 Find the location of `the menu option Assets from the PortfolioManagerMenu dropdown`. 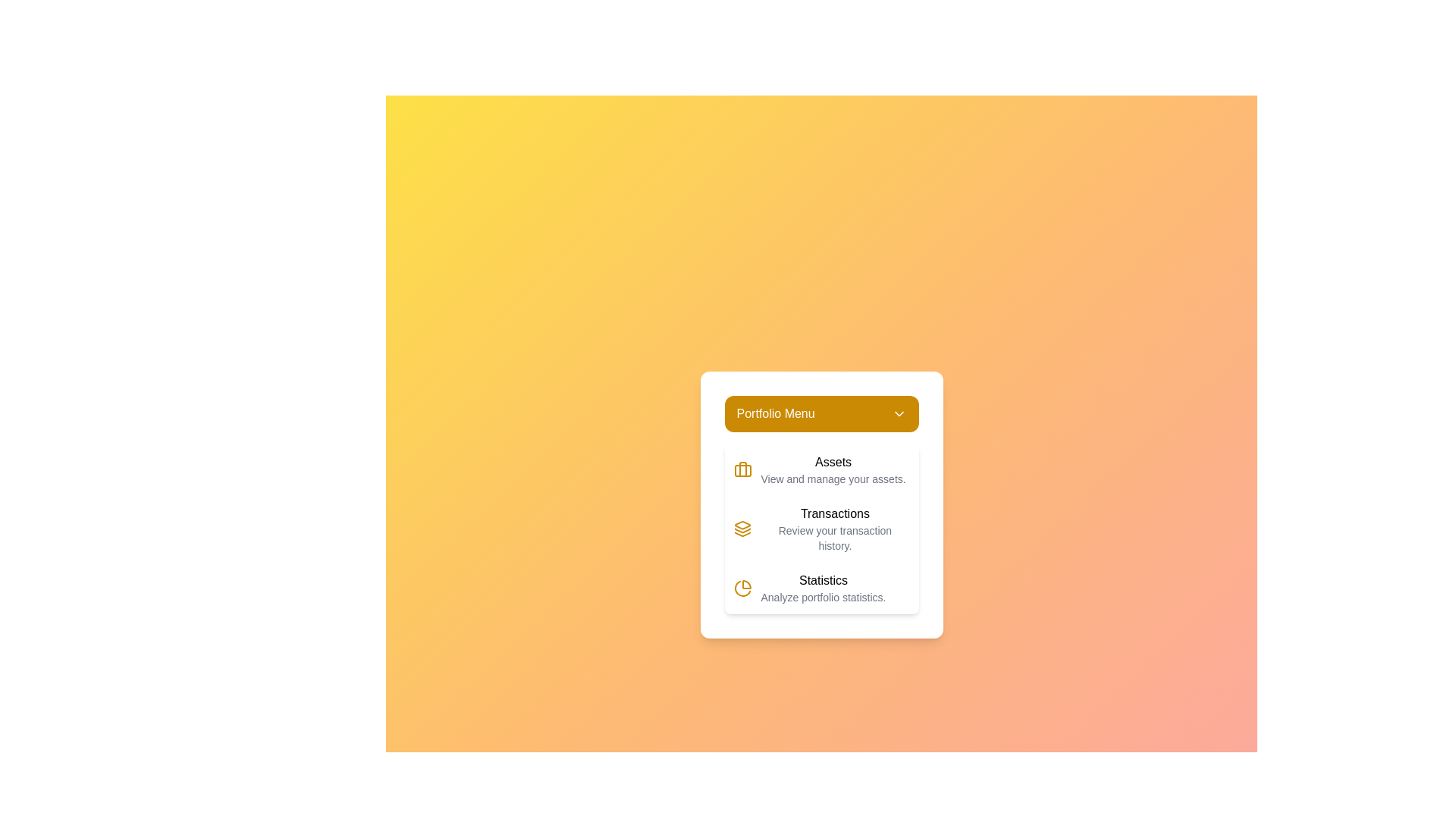

the menu option Assets from the PortfolioManagerMenu dropdown is located at coordinates (821, 469).